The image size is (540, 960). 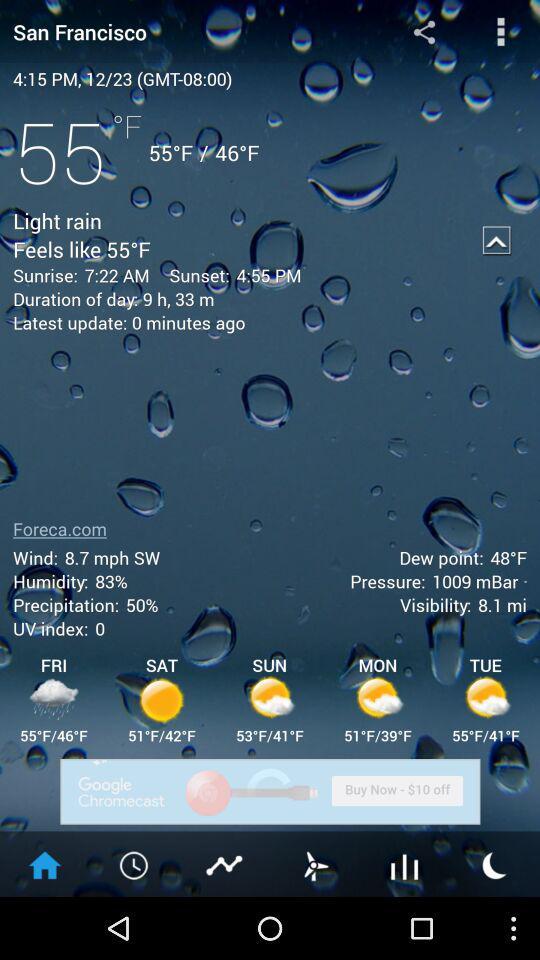 I want to click on share weather page, so click(x=423, y=30).